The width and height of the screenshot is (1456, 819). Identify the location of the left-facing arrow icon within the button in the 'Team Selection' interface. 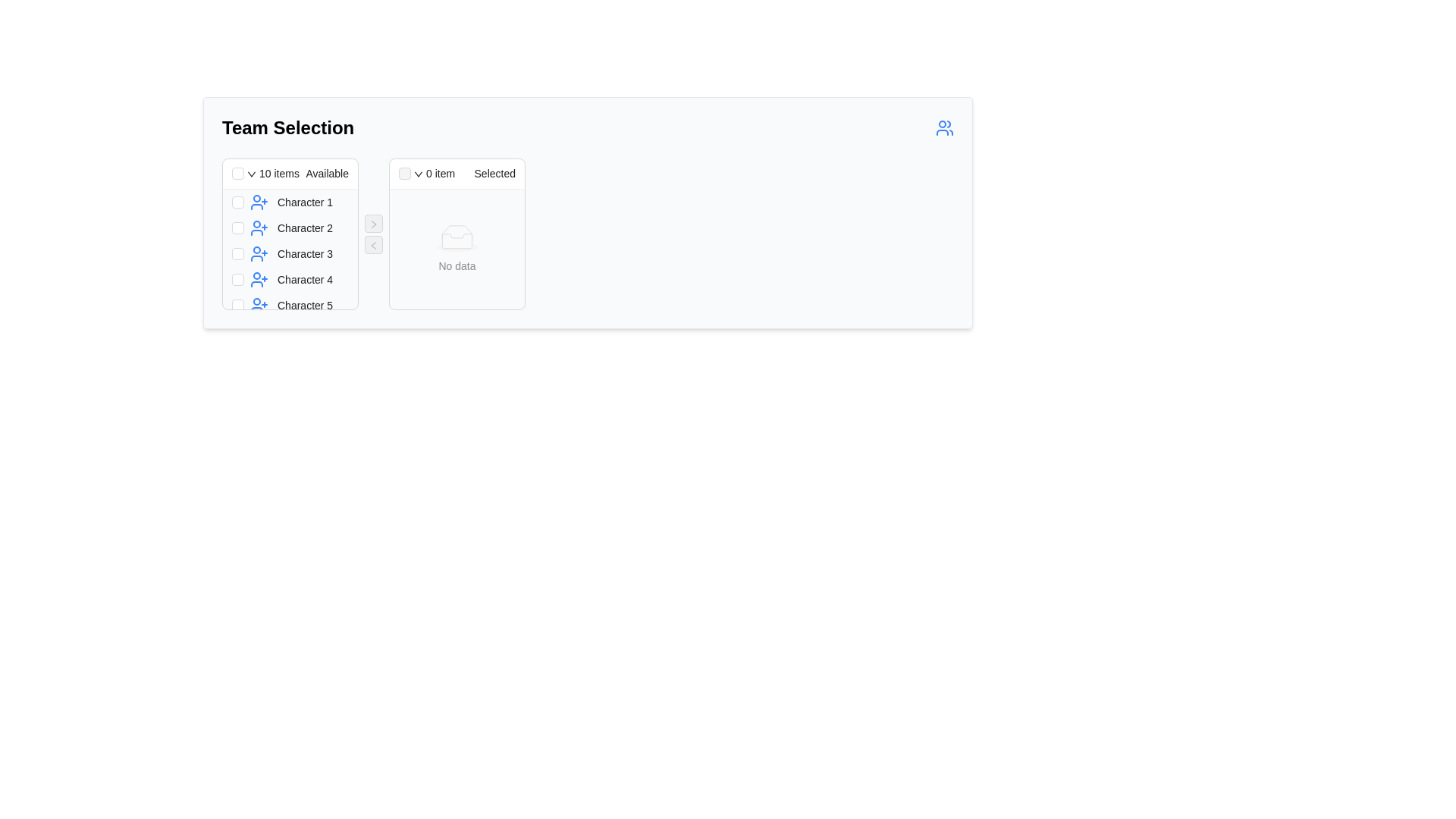
(374, 244).